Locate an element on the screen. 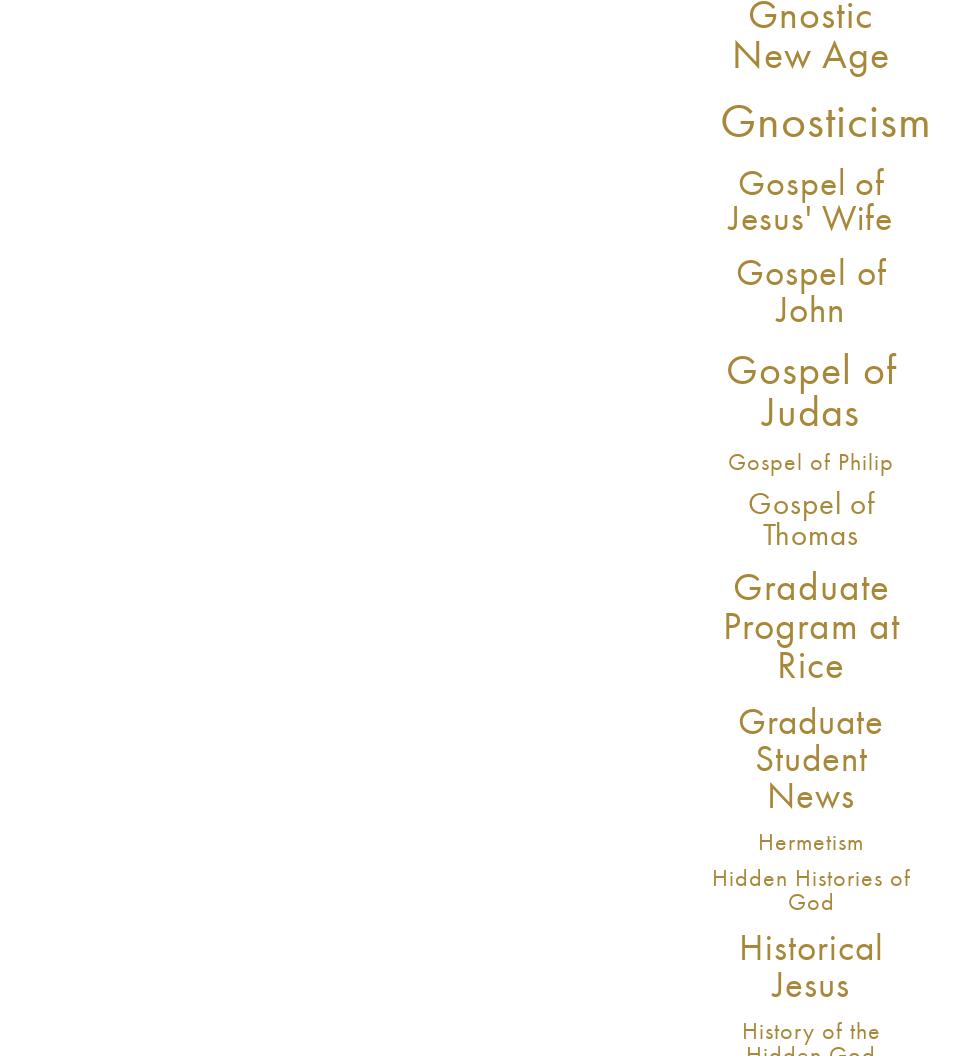  'Hermetism' is located at coordinates (757, 840).